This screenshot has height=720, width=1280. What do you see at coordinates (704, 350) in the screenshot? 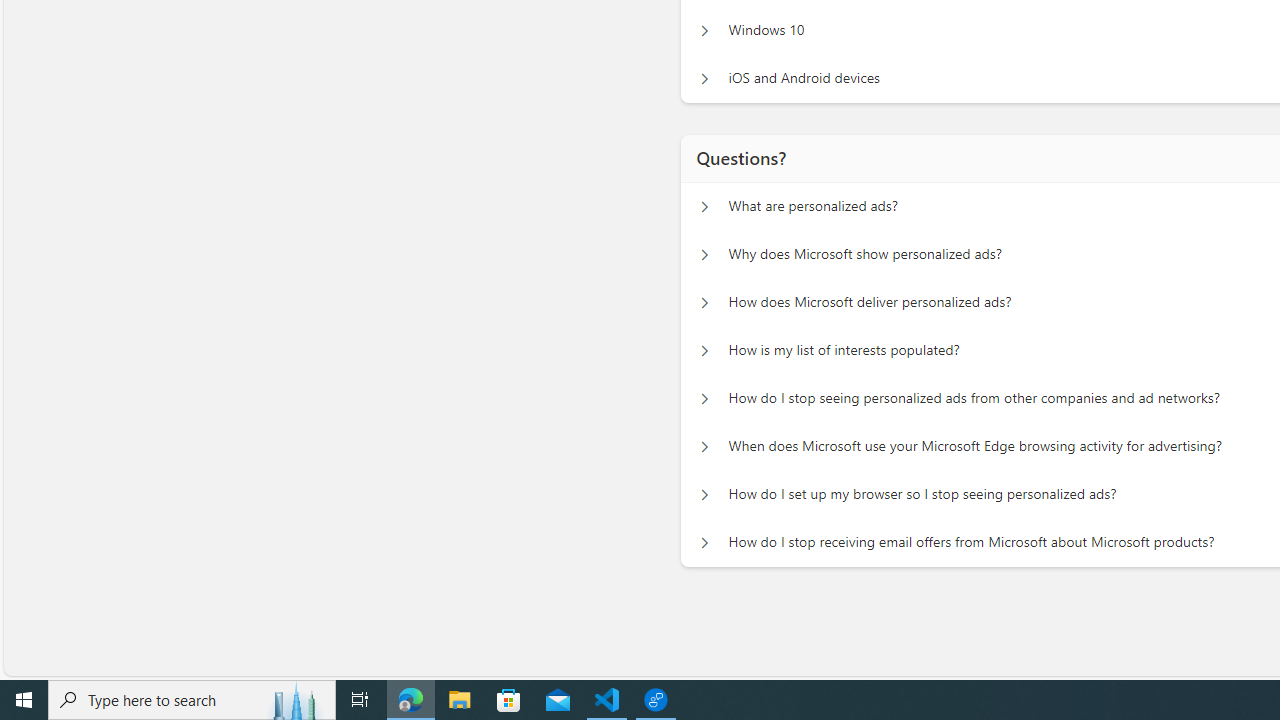
I see `'Questions? How is my list of interests populated?'` at bounding box center [704, 350].